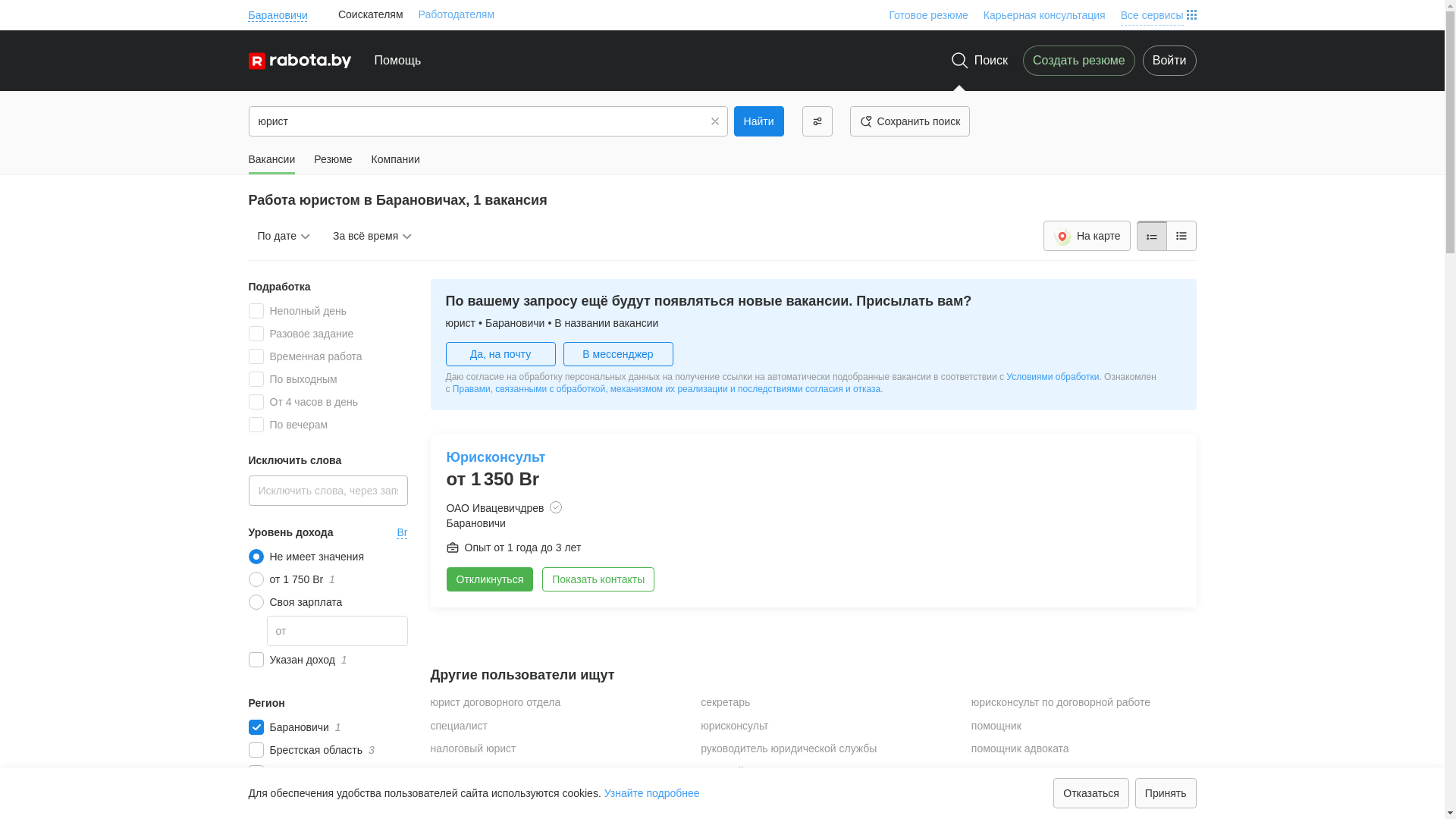 This screenshot has width=1456, height=819. Describe the element at coordinates (714, 120) in the screenshot. I see `'Clear'` at that location.